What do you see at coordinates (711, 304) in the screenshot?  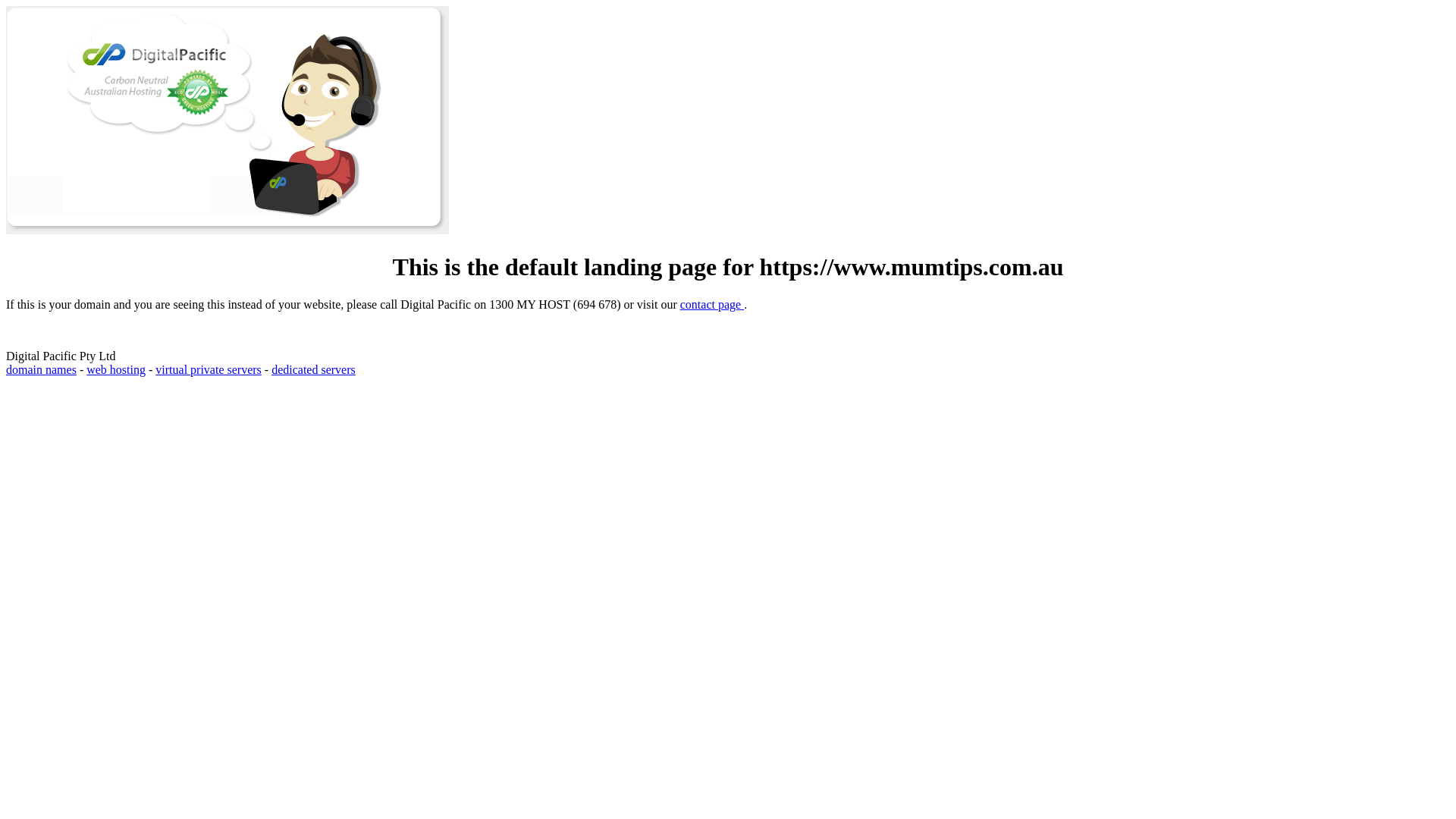 I see `'contact page'` at bounding box center [711, 304].